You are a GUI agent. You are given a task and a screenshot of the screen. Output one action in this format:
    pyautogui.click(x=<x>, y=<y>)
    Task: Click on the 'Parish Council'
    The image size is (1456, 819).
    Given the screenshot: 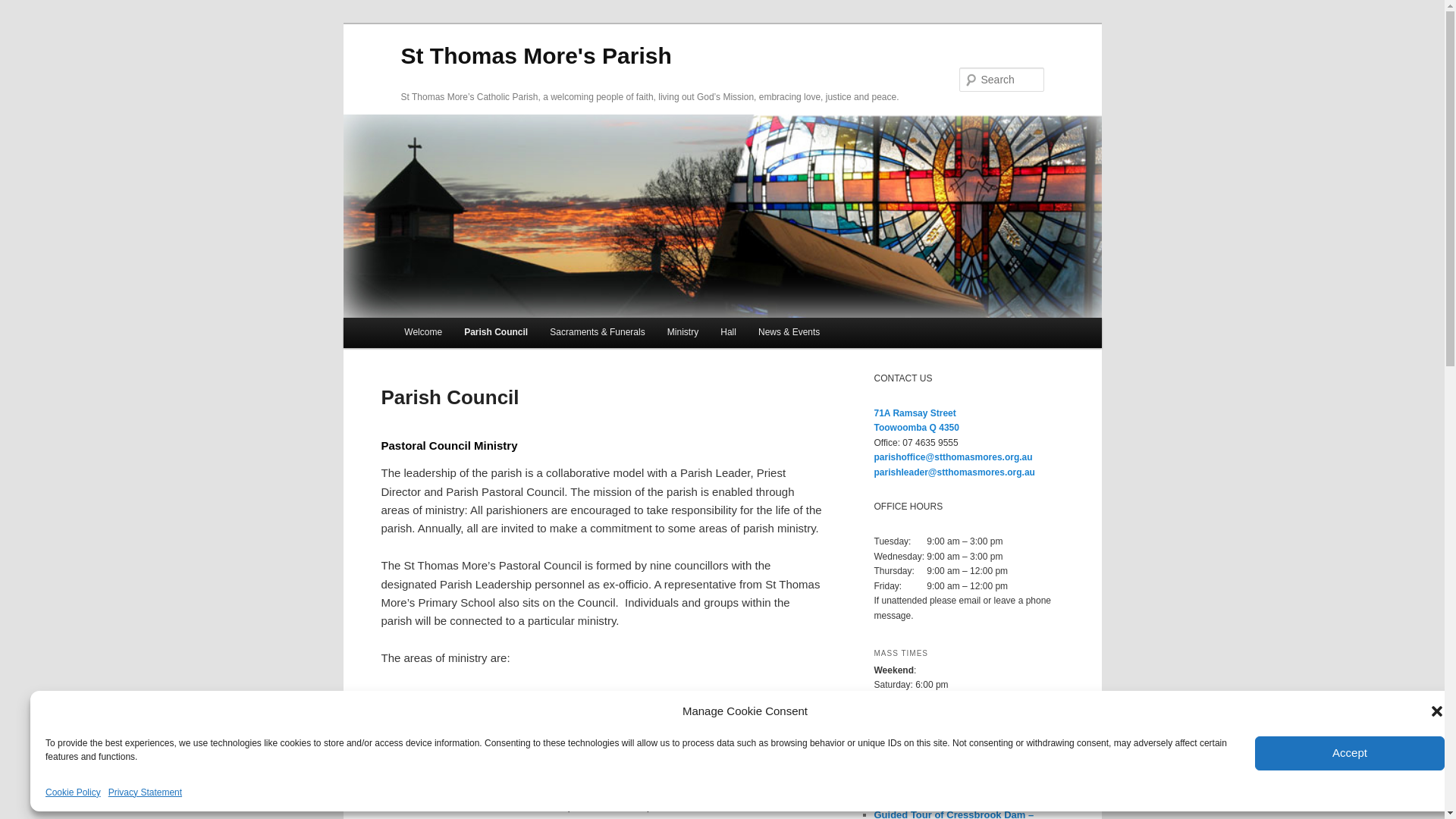 What is the action you would take?
    pyautogui.click(x=453, y=332)
    